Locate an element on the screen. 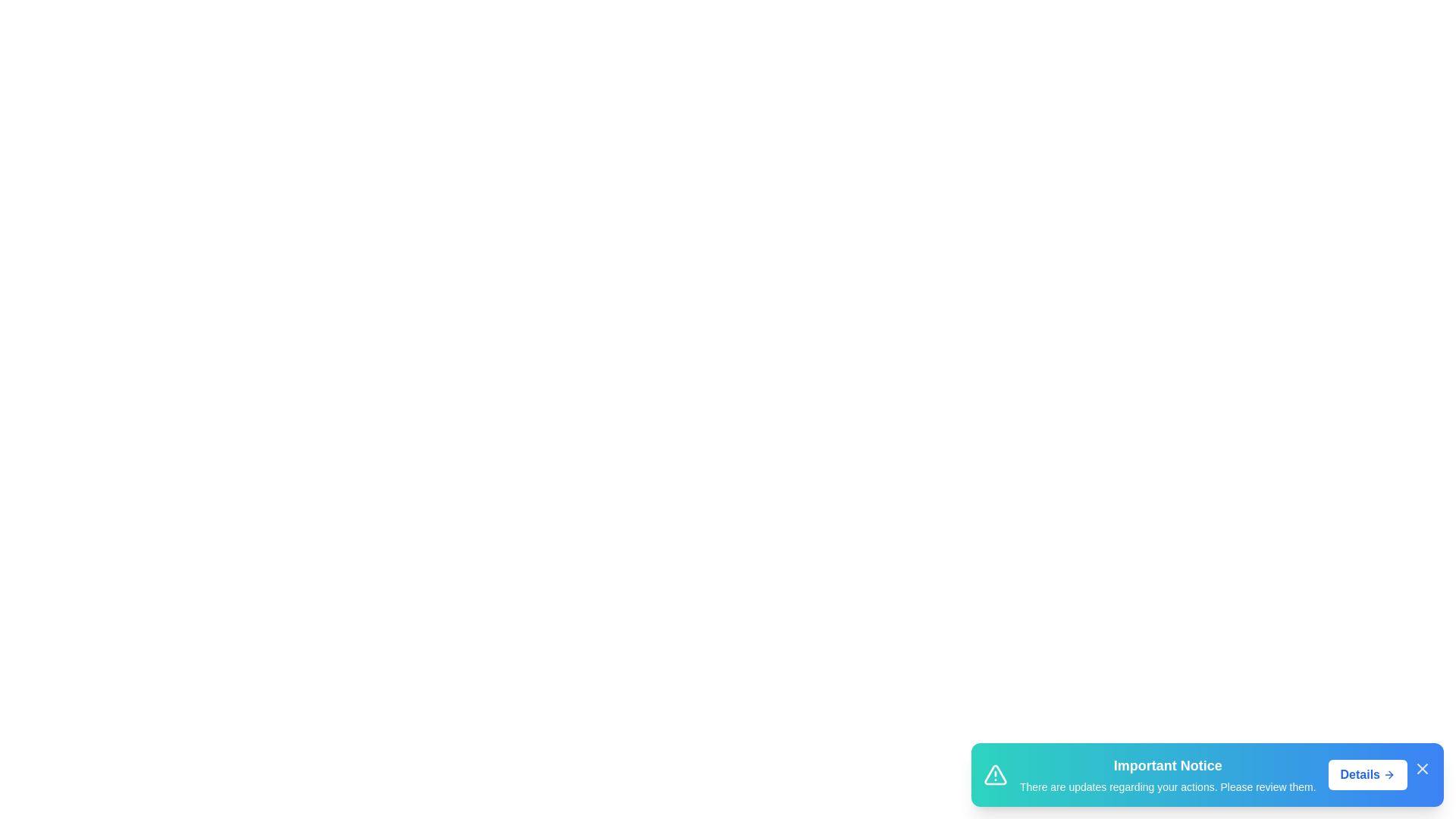 The image size is (1456, 819). the 'Details' button to view more details is located at coordinates (1367, 775).